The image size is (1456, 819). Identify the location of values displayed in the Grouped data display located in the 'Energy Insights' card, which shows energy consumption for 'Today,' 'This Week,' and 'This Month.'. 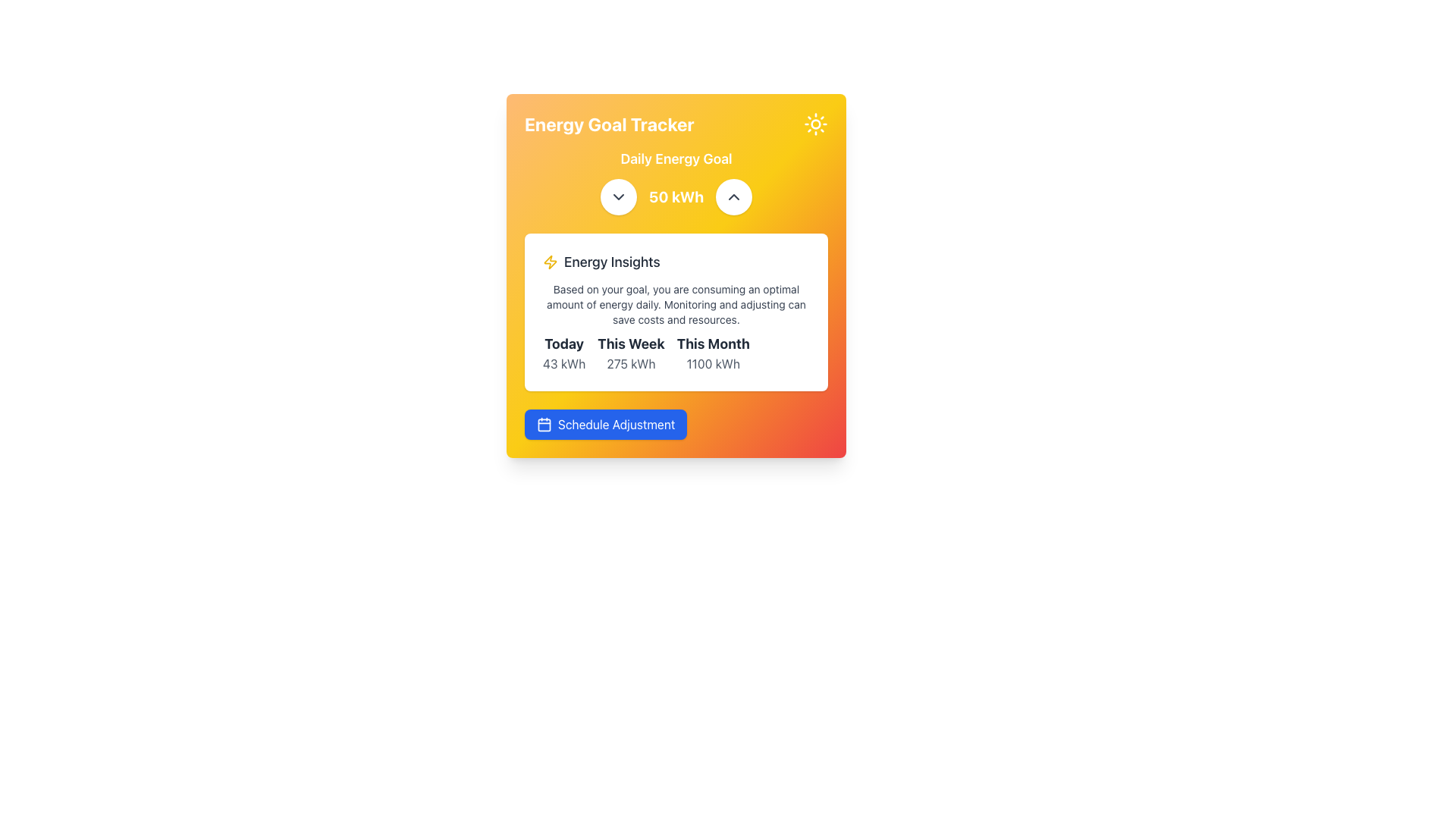
(676, 353).